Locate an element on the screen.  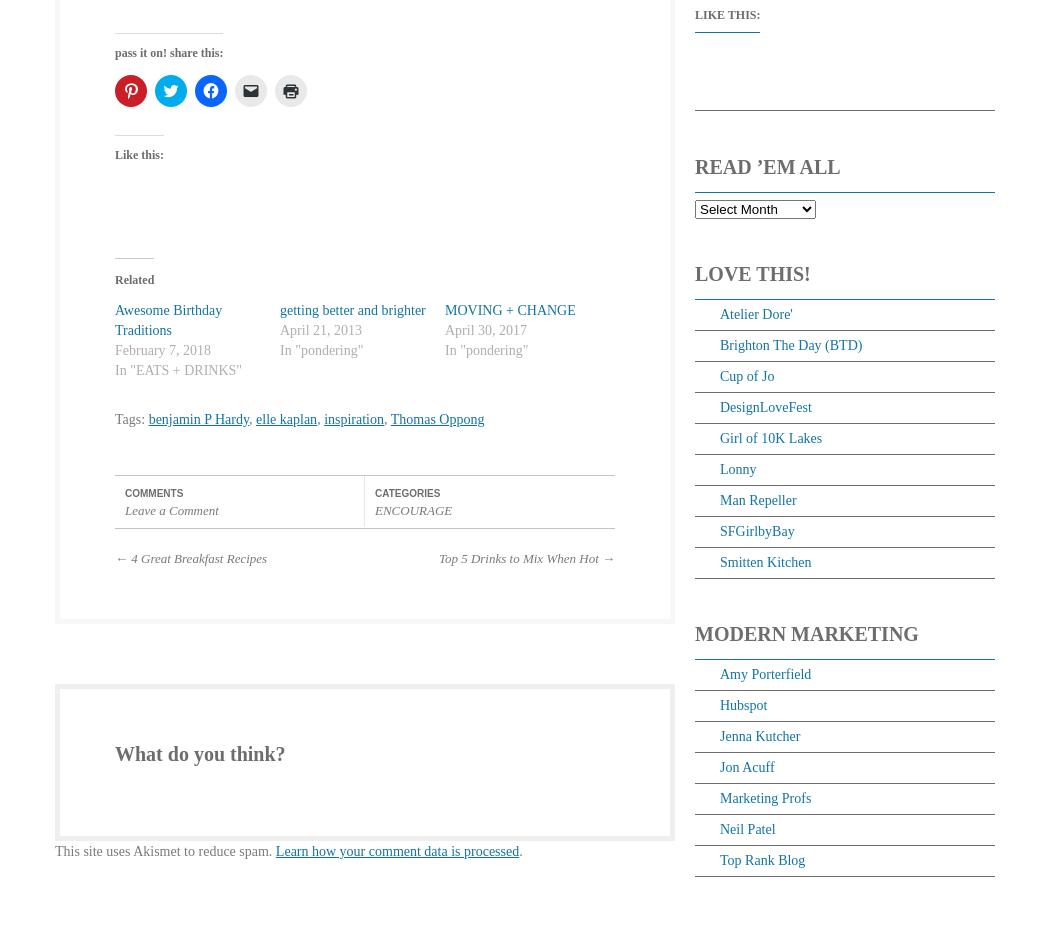
'elle kaplan' is located at coordinates (255, 417).